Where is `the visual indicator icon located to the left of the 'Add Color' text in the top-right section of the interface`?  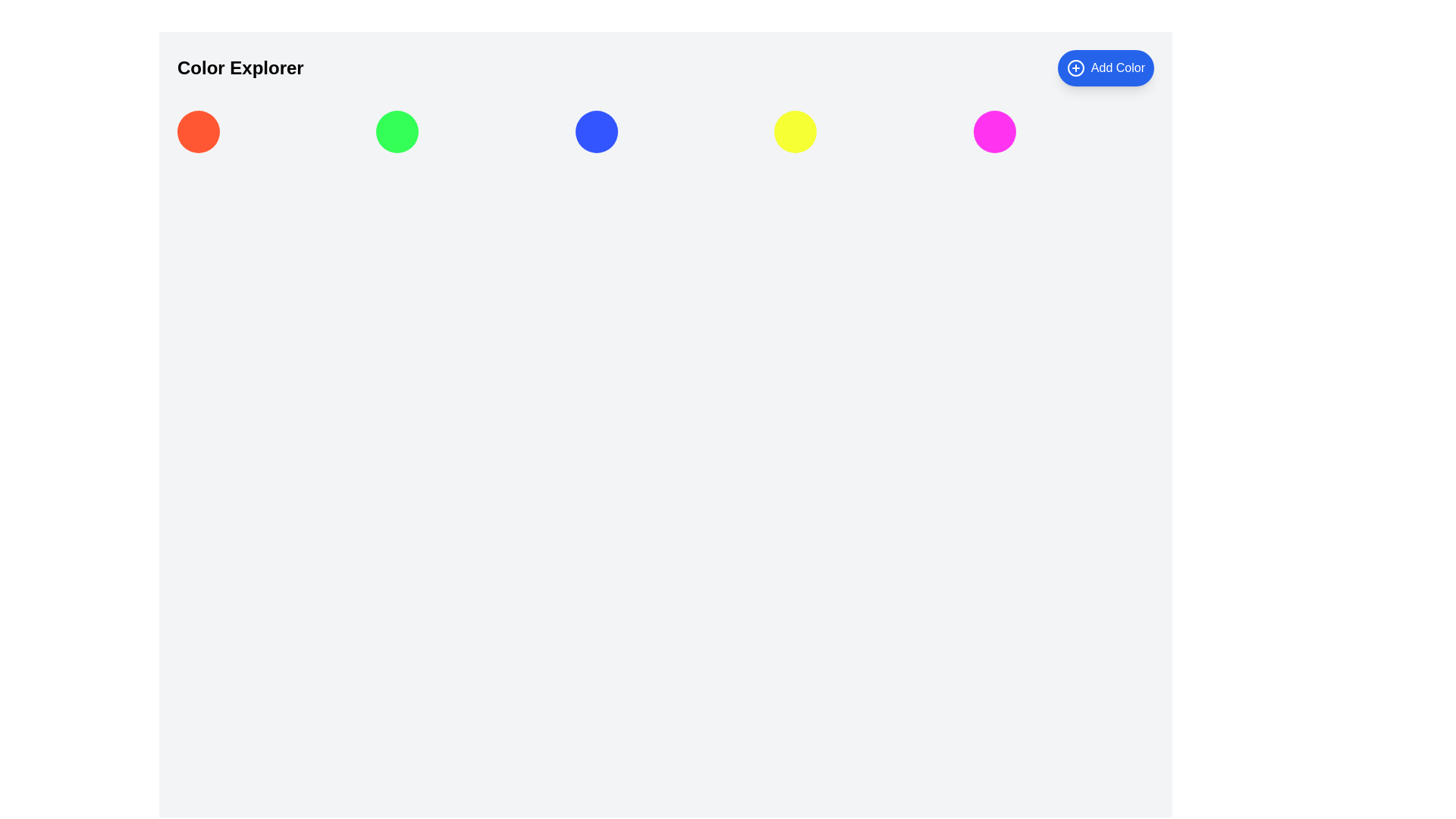 the visual indicator icon located to the left of the 'Add Color' text in the top-right section of the interface is located at coordinates (1075, 67).